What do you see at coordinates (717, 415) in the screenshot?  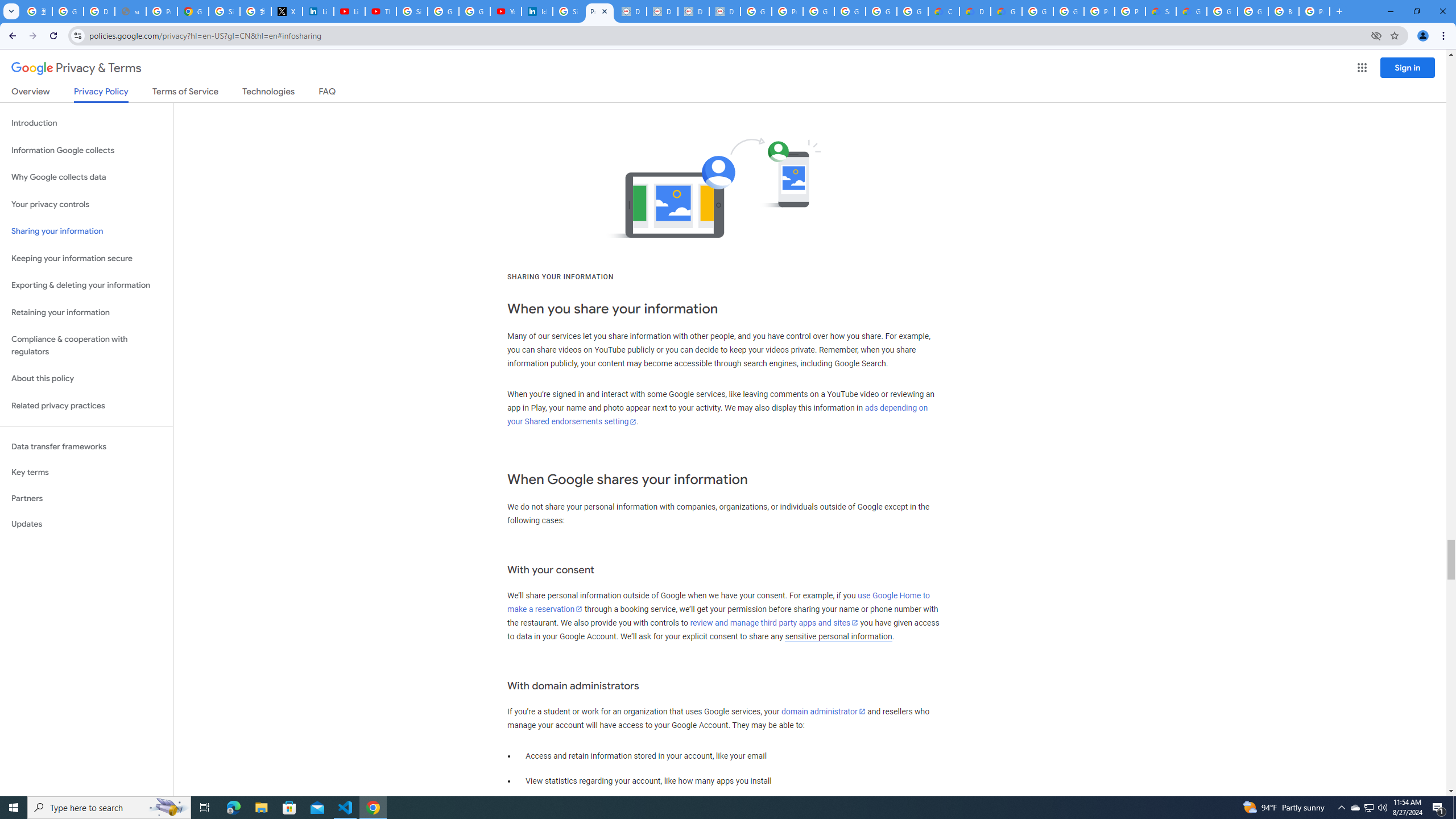 I see `'ads depending on your Shared endorsements setting'` at bounding box center [717, 415].